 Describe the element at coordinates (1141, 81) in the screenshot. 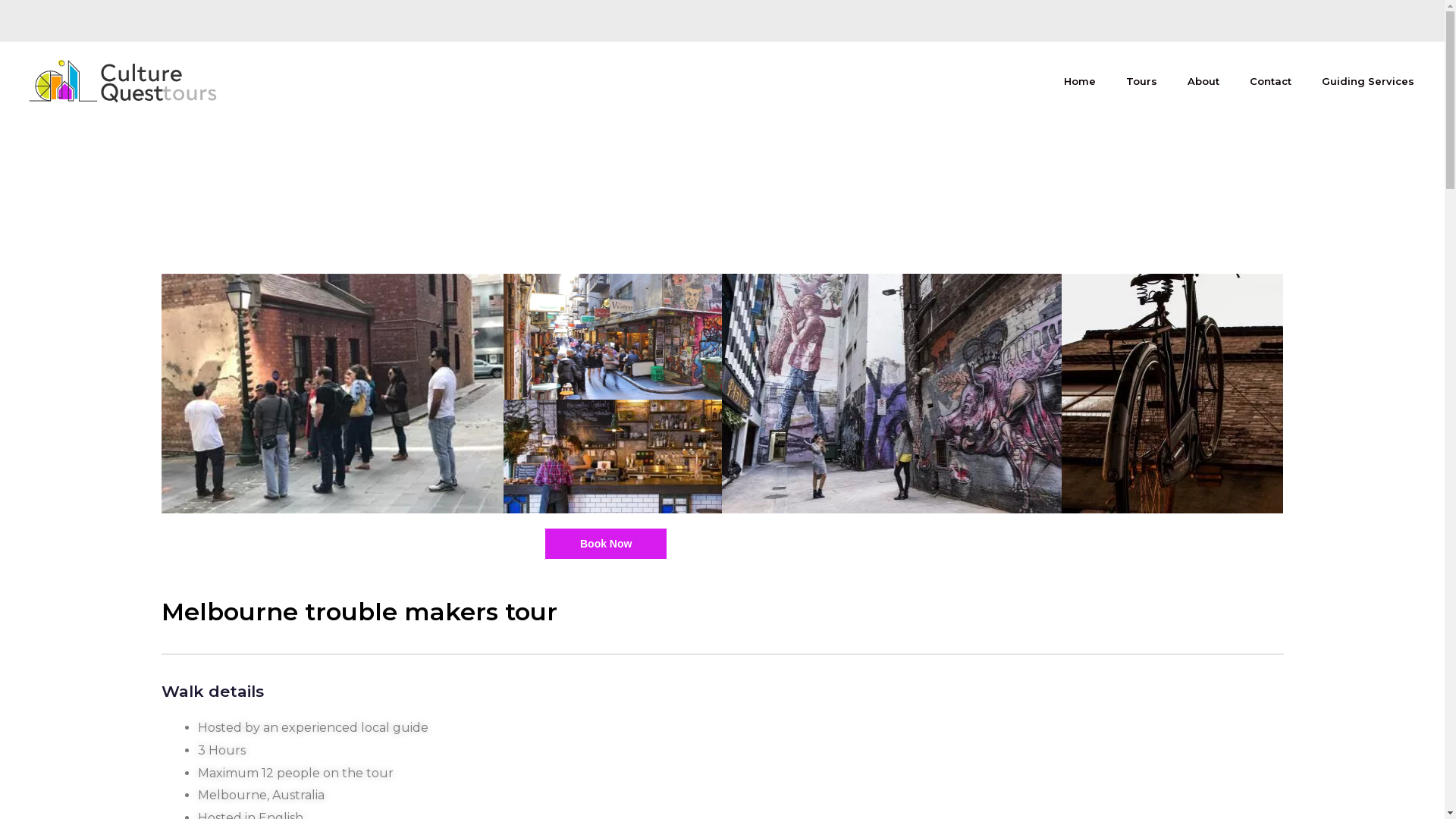

I see `'Tours'` at that location.